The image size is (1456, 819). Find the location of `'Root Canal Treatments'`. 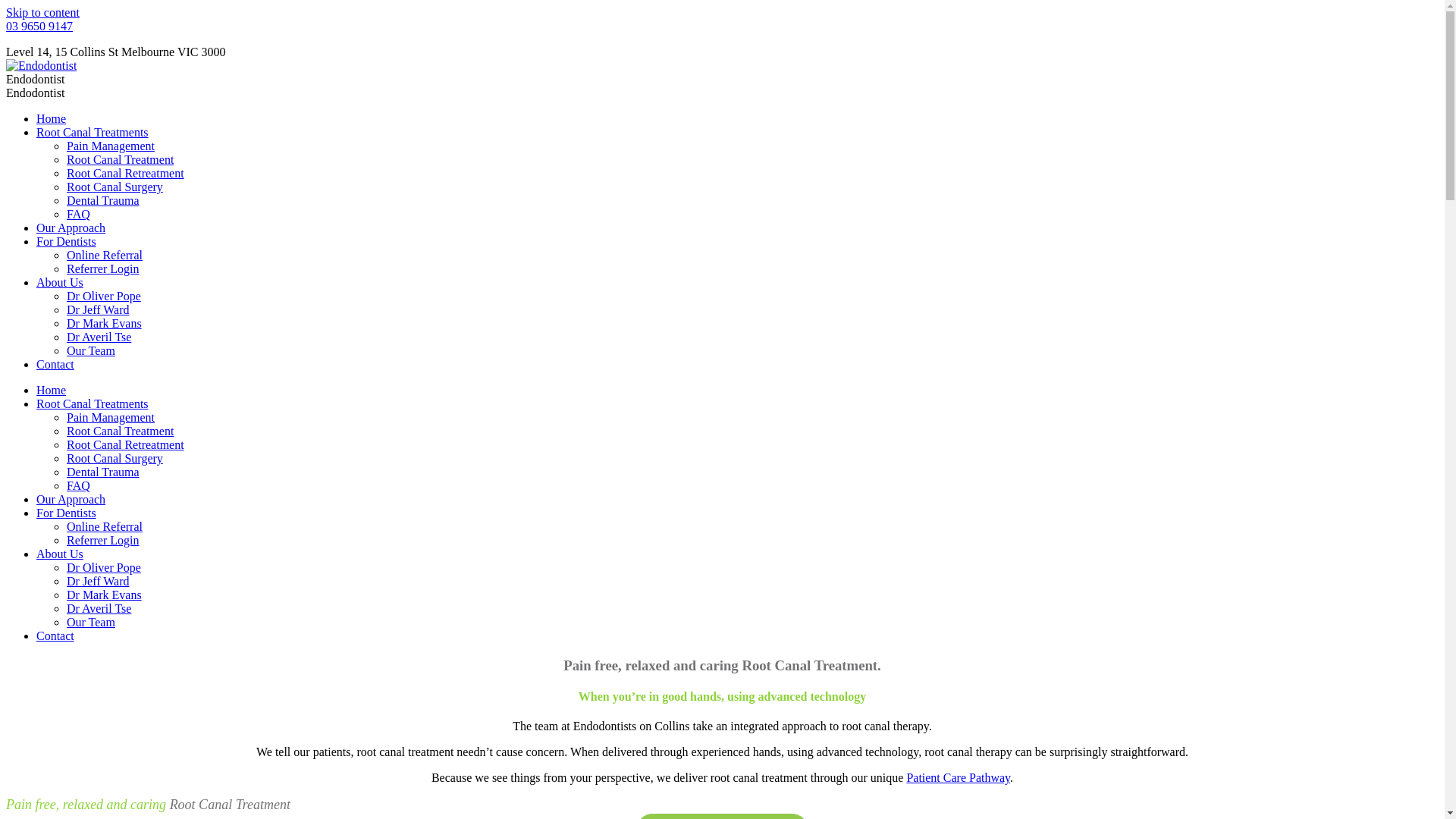

'Root Canal Treatments' is located at coordinates (91, 131).